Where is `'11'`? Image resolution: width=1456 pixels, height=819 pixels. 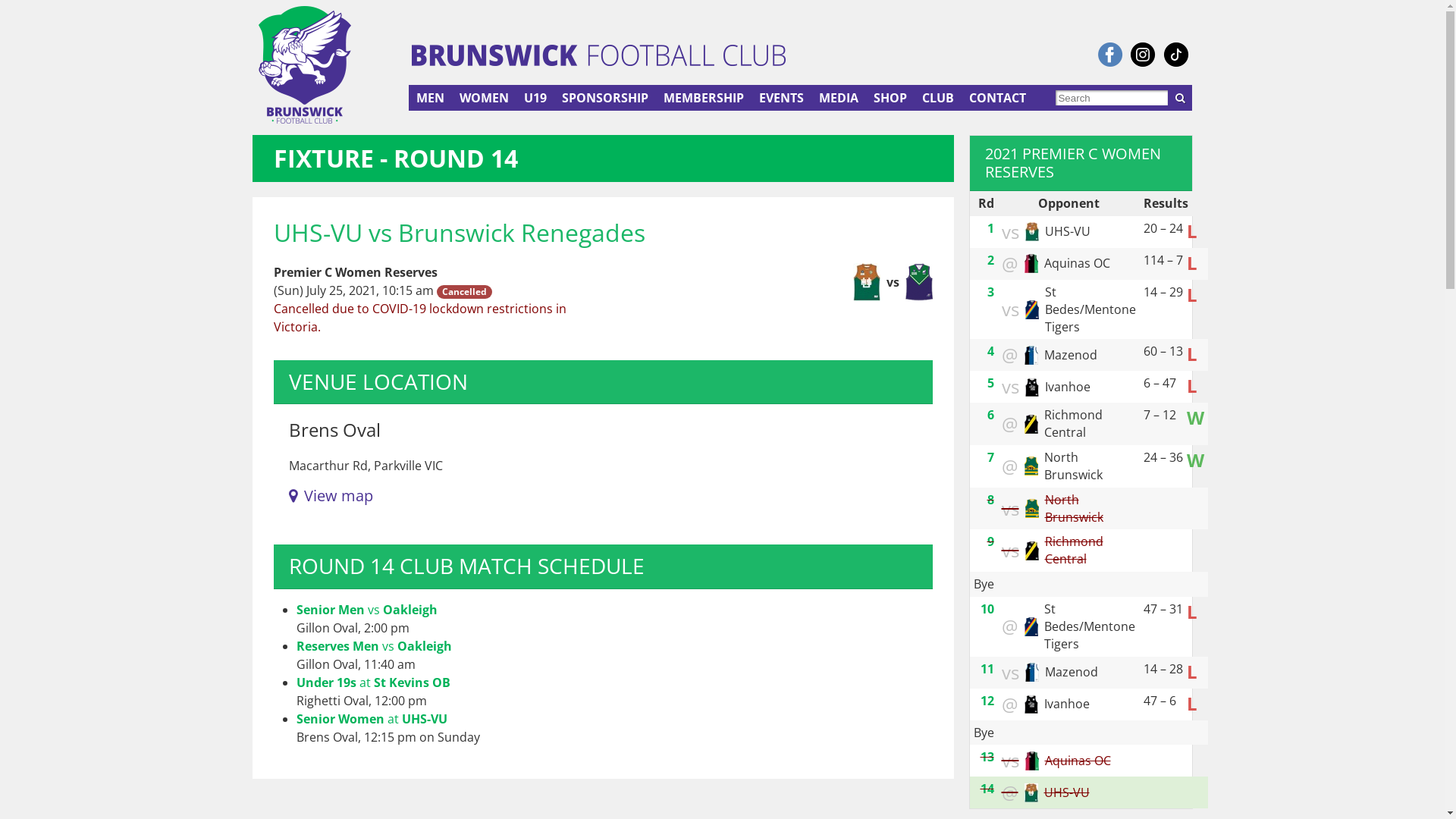 '11' is located at coordinates (986, 667).